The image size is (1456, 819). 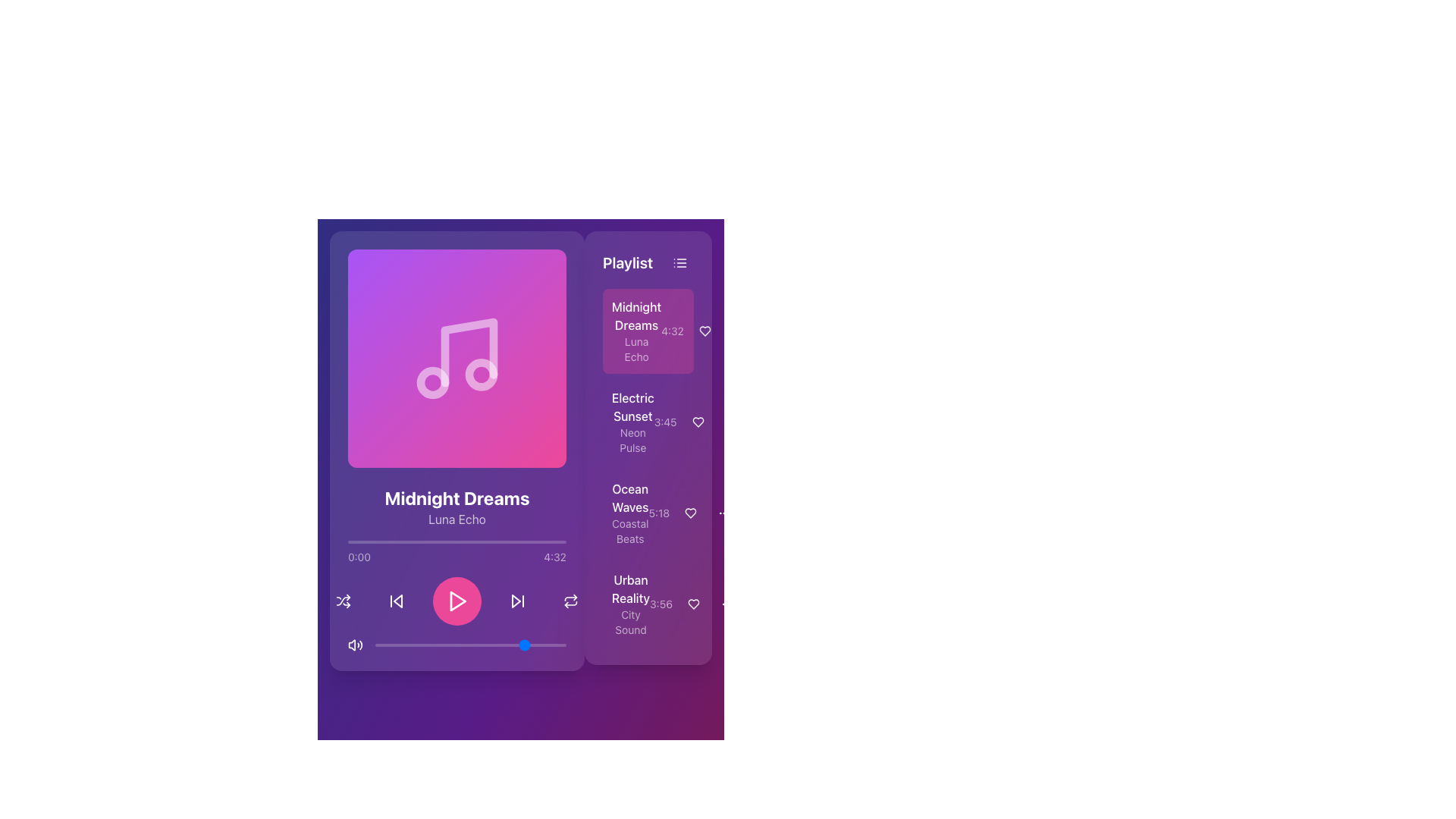 What do you see at coordinates (421, 645) in the screenshot?
I see `the slider` at bounding box center [421, 645].